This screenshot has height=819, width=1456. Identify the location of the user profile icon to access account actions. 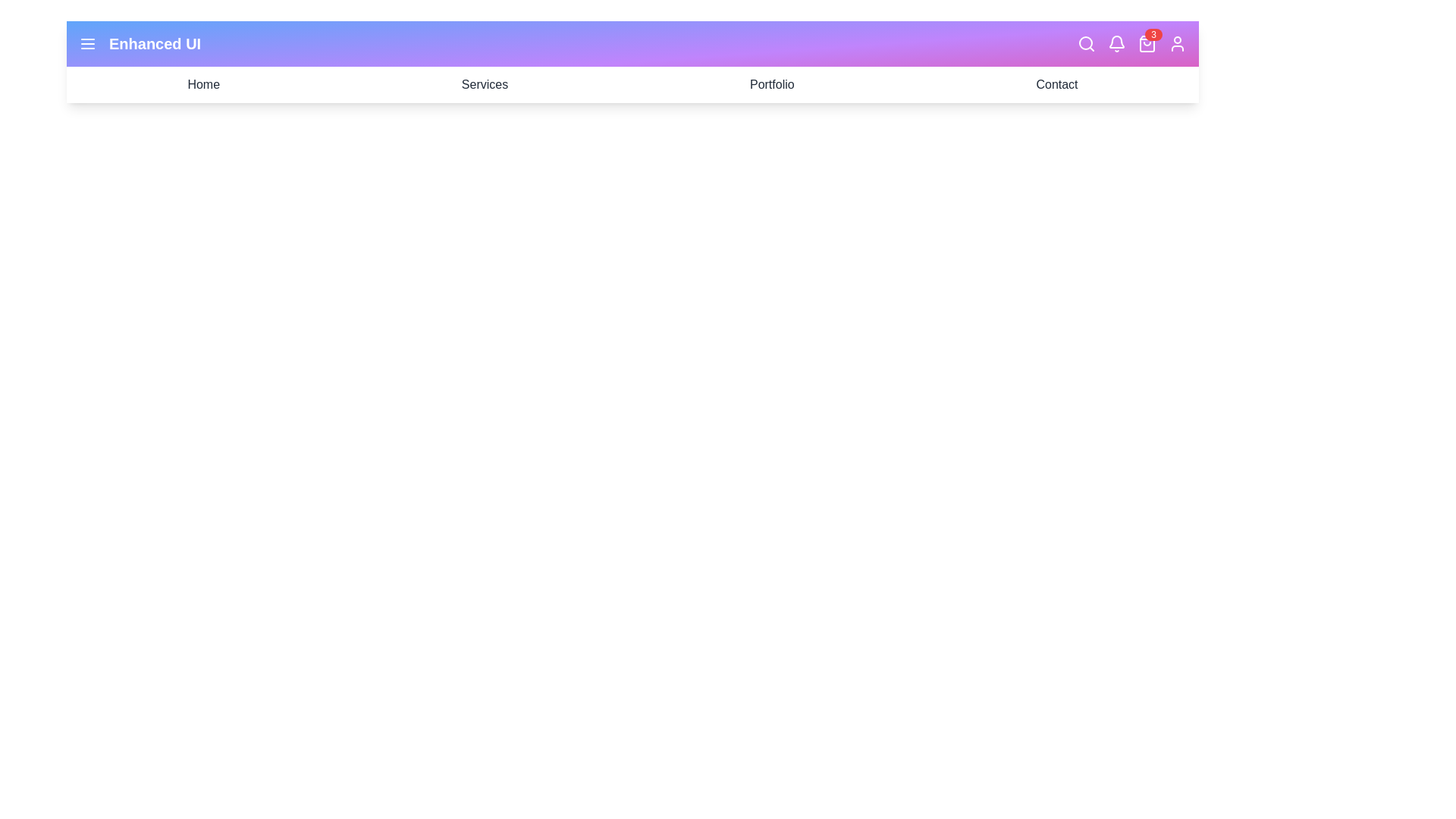
(1177, 42).